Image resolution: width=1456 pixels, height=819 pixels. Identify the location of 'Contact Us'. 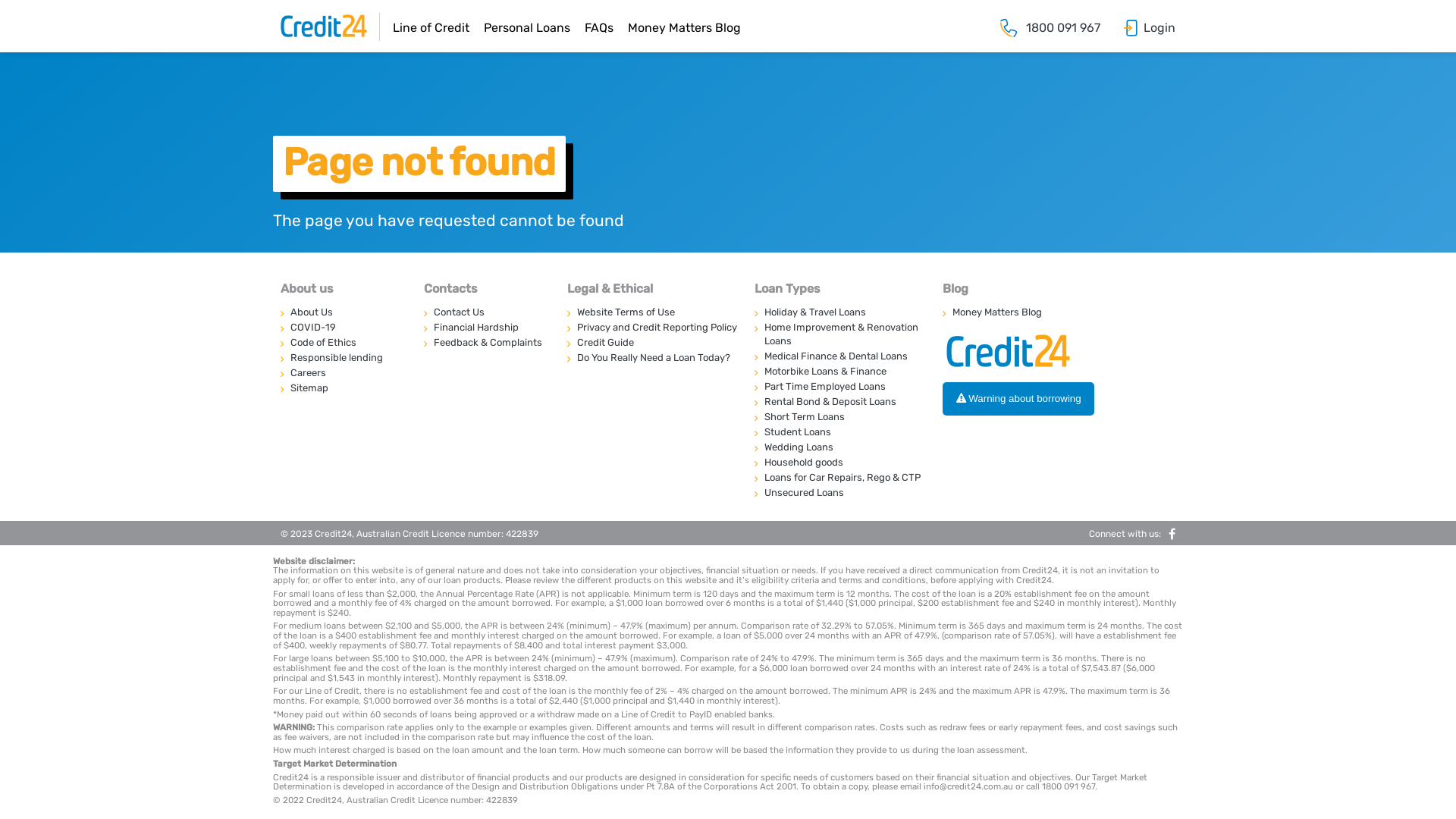
(486, 312).